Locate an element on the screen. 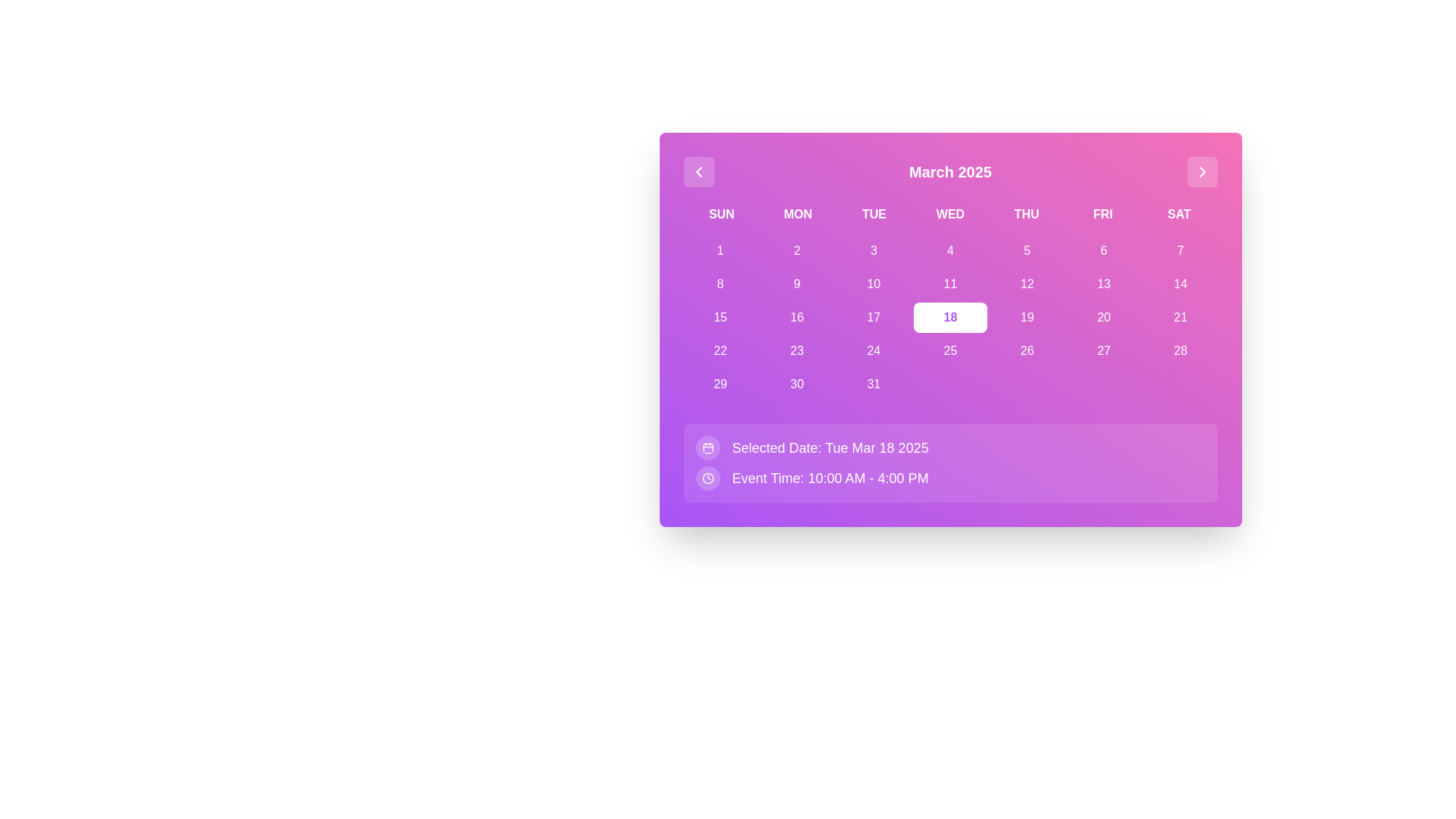  the interactive calendar day selector button located in the fourth row and first column of the calendar grid is located at coordinates (720, 350).